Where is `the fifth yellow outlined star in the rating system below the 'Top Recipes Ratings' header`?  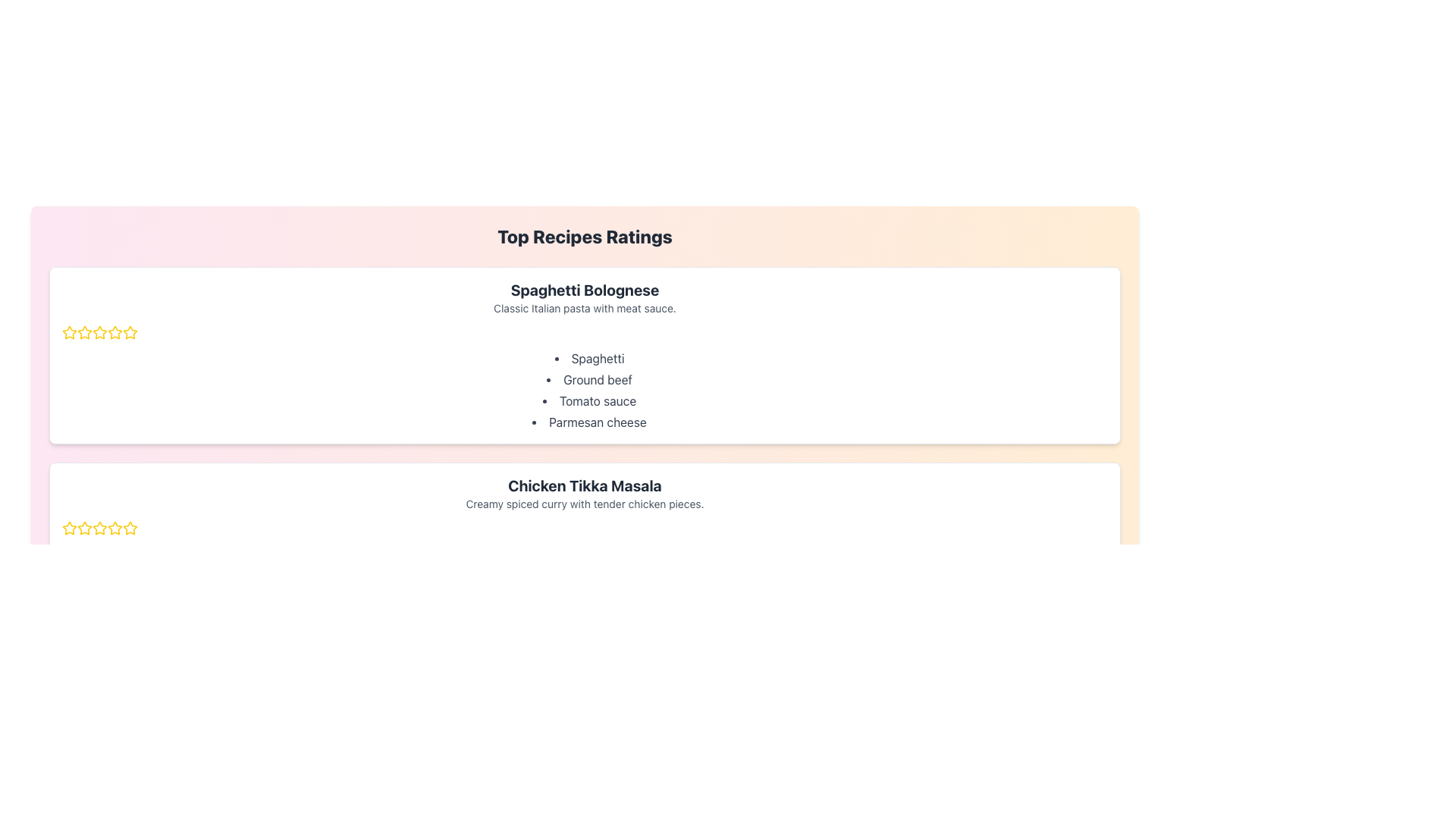
the fifth yellow outlined star in the rating system below the 'Top Recipes Ratings' header is located at coordinates (130, 332).